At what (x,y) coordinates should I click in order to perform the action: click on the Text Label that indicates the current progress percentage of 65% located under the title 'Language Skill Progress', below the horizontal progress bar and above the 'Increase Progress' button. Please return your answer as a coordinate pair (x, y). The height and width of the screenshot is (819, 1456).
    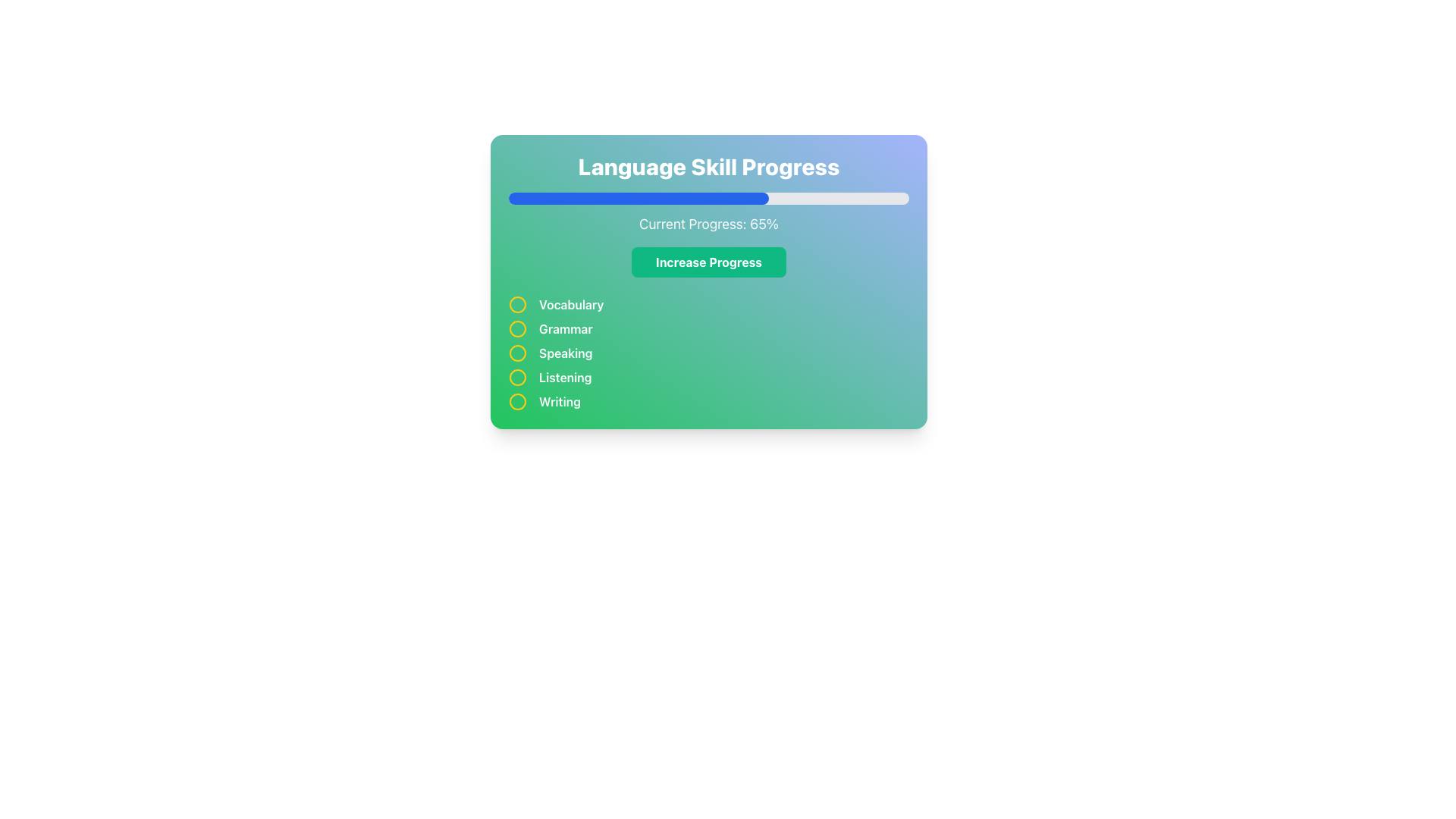
    Looking at the image, I should click on (708, 224).